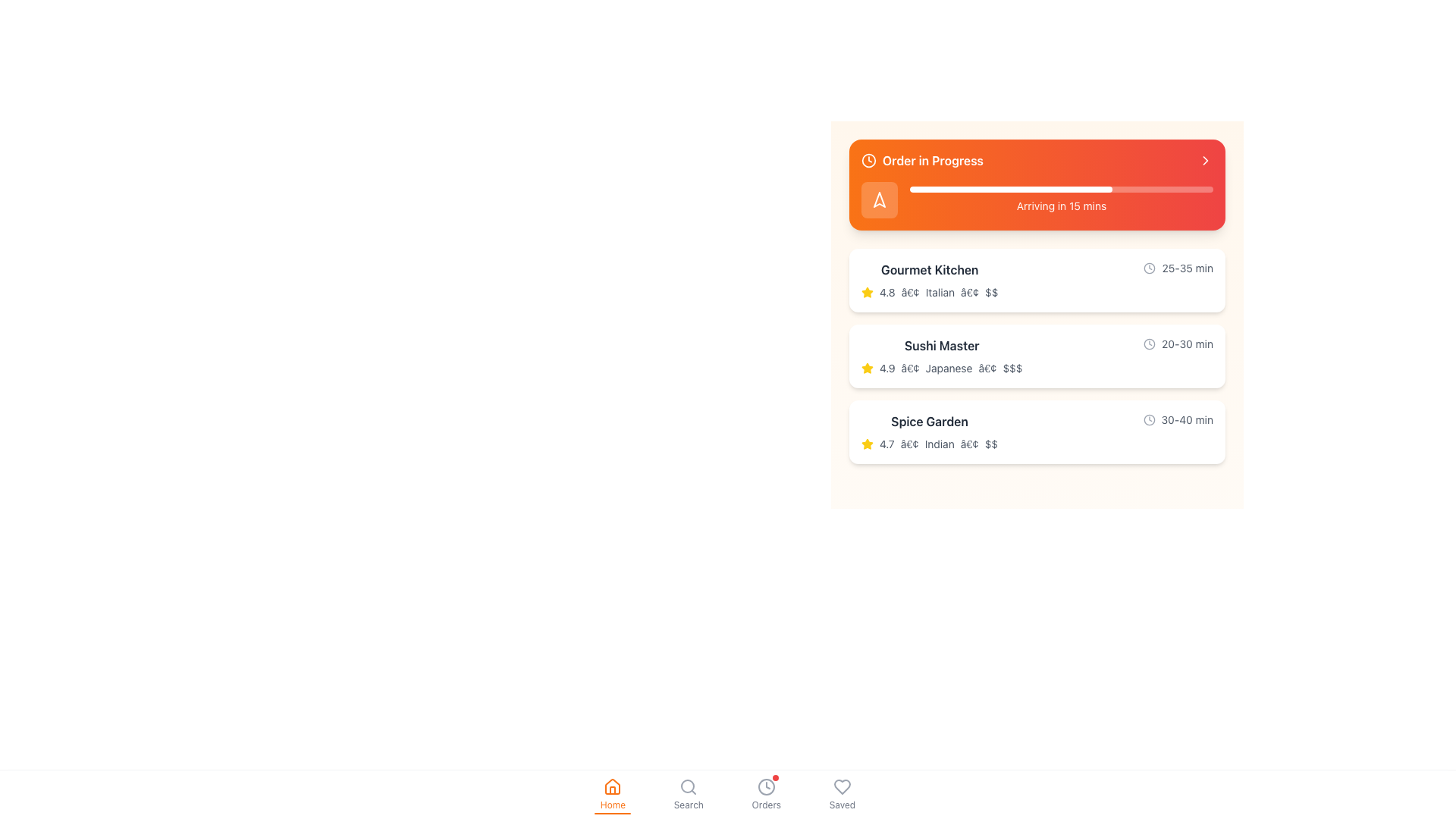 This screenshot has width=1456, height=819. I want to click on time estimate displayed in the Time estimate badge for the restaurant 'Sushi Master', which shows '20-30 min' next to a clock icon, so click(1178, 344).